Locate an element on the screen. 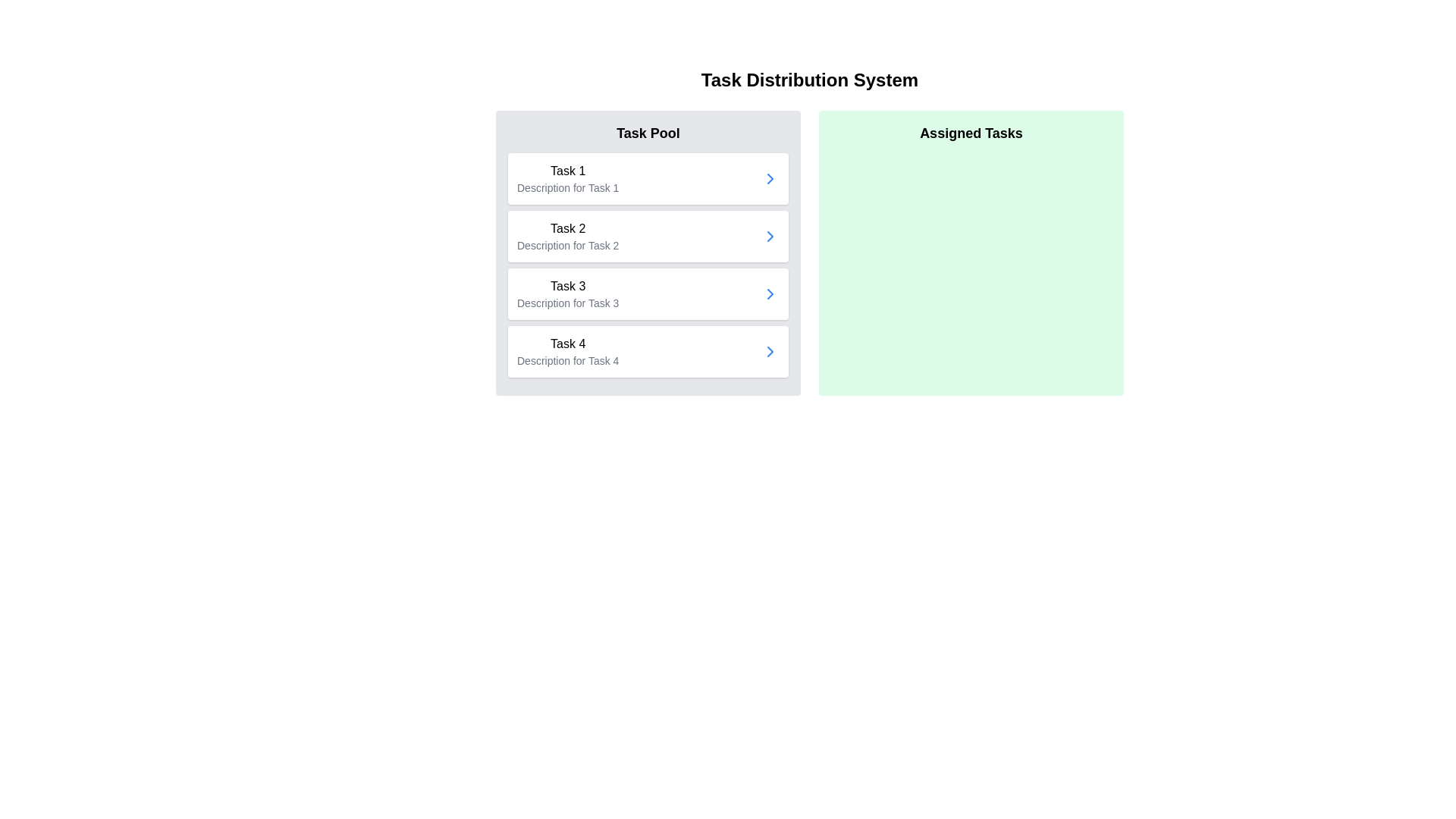 The image size is (1456, 819). the 'Assigned Tasks' title or heading located in the green-colored content area on the right side of the interface is located at coordinates (971, 133).